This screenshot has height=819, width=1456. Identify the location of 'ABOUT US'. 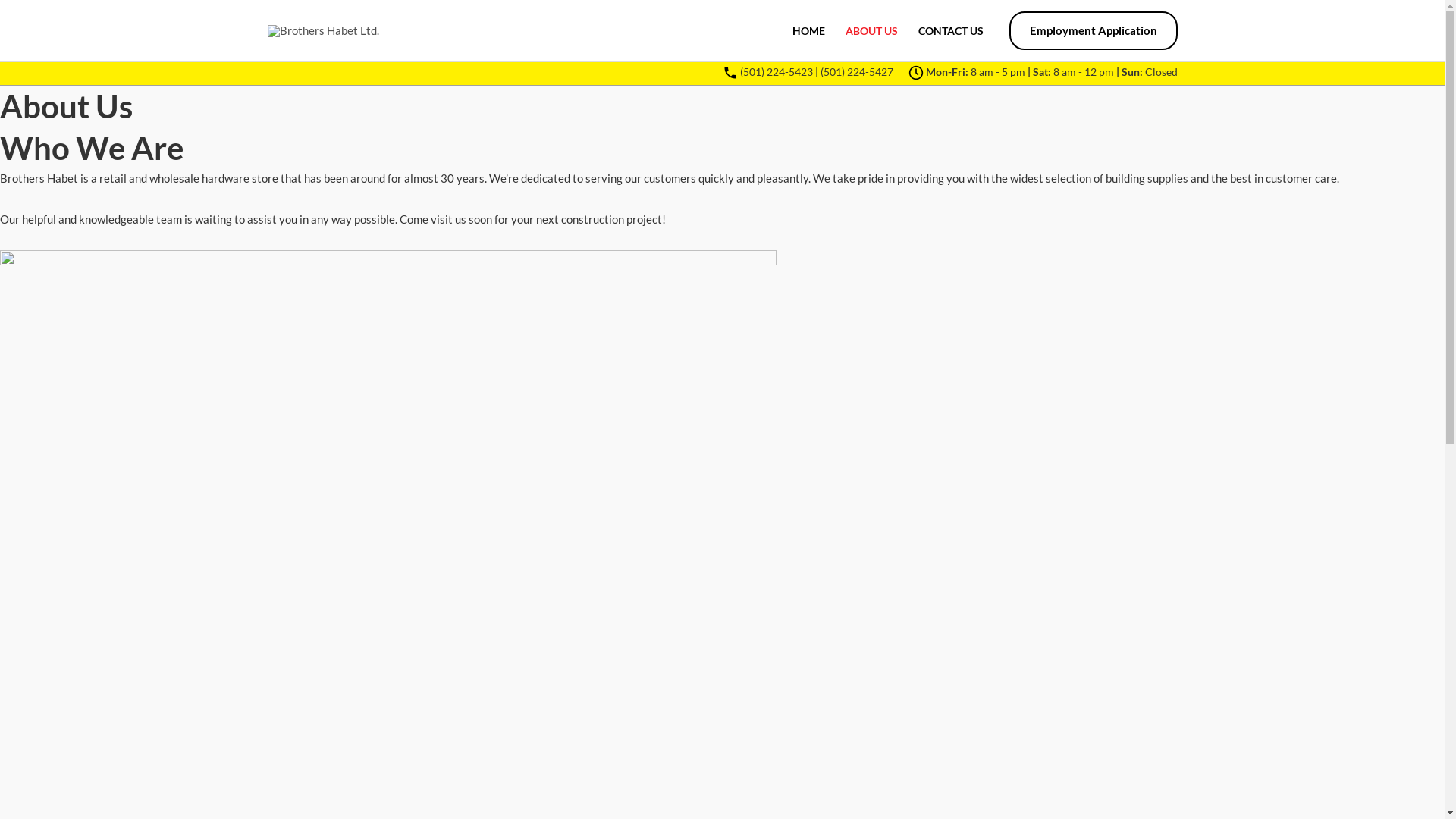
(872, 31).